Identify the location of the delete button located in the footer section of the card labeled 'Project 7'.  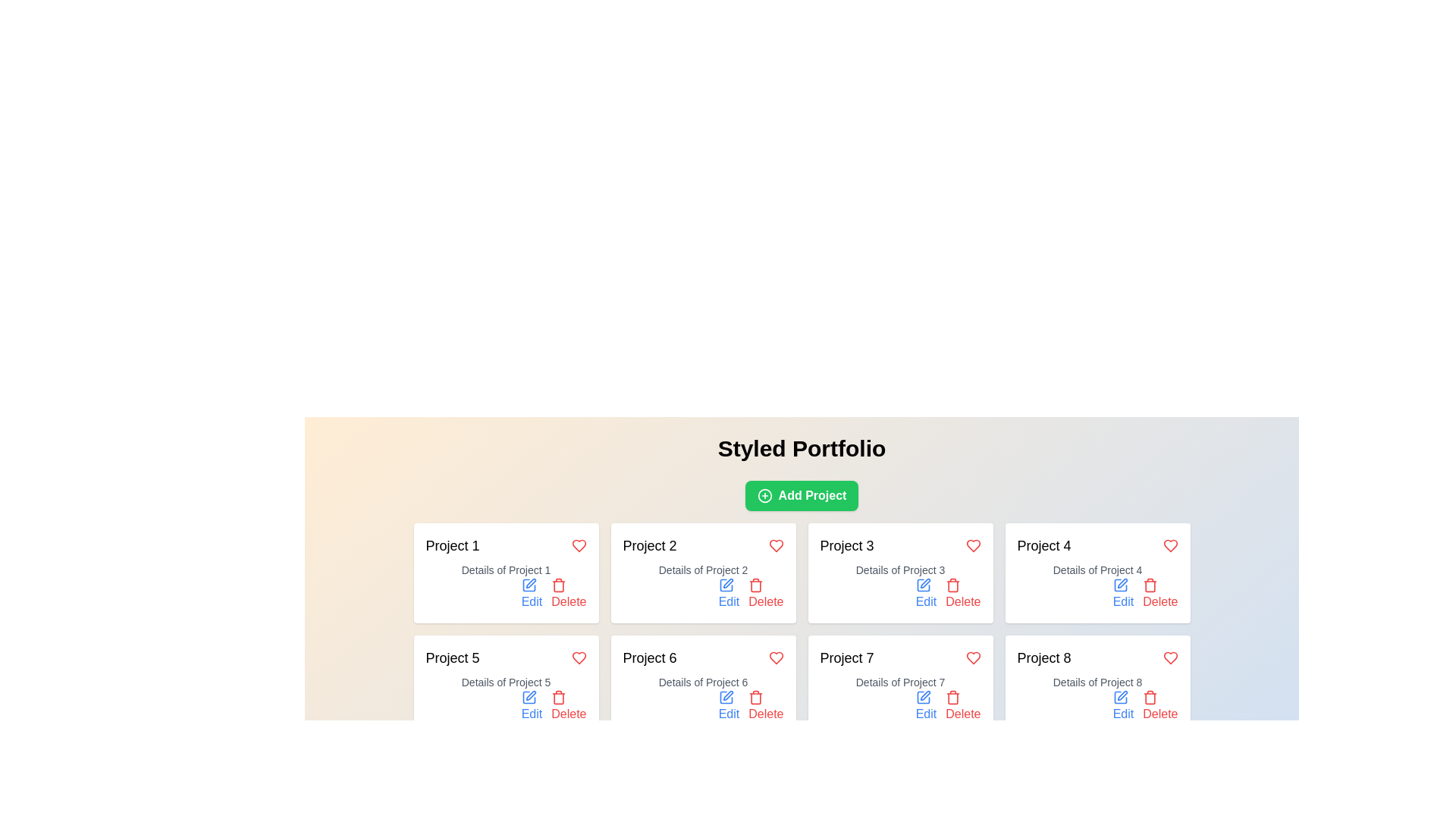
(962, 707).